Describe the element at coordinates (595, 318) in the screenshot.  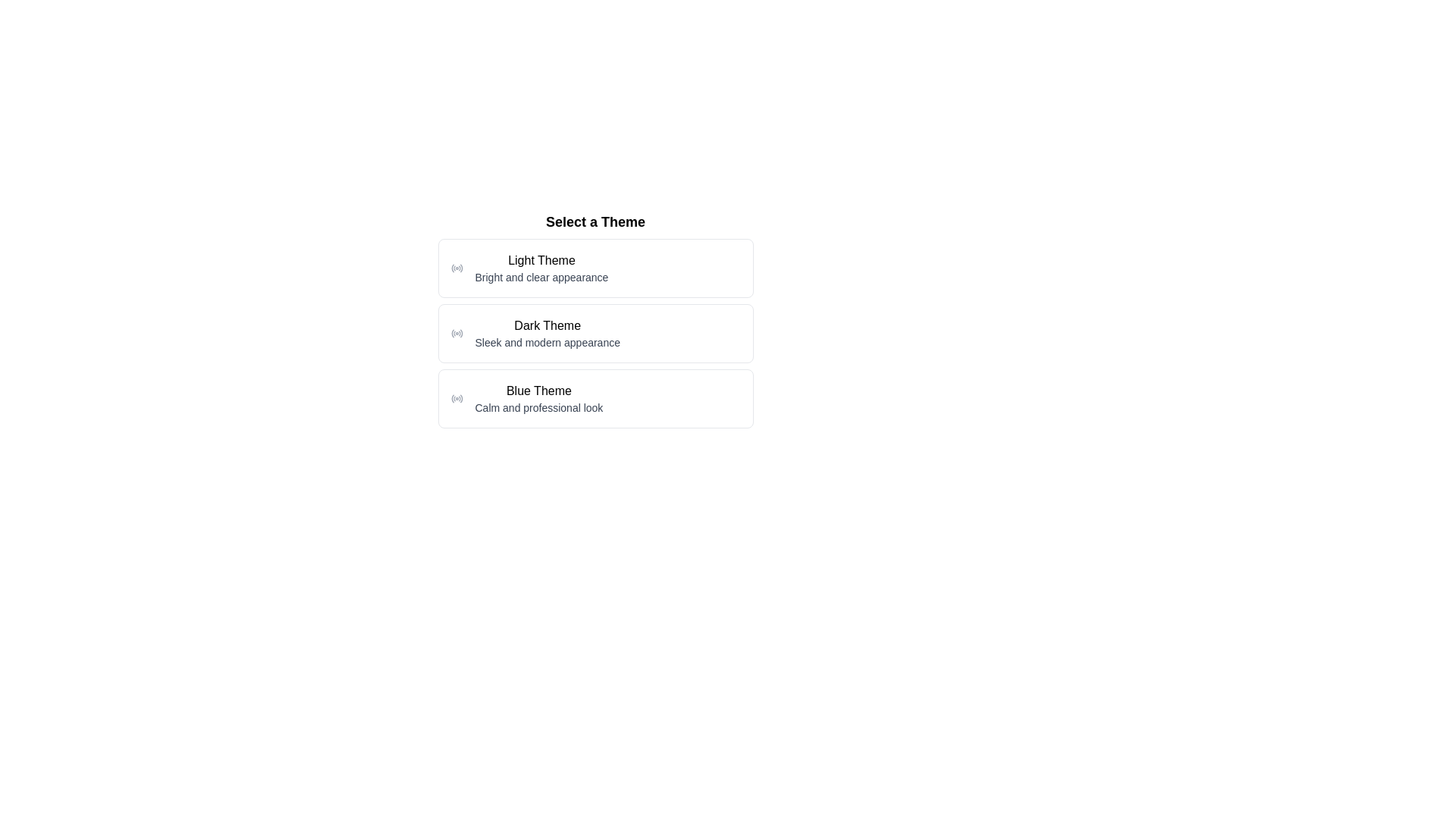
I see `the Selector Group` at that location.